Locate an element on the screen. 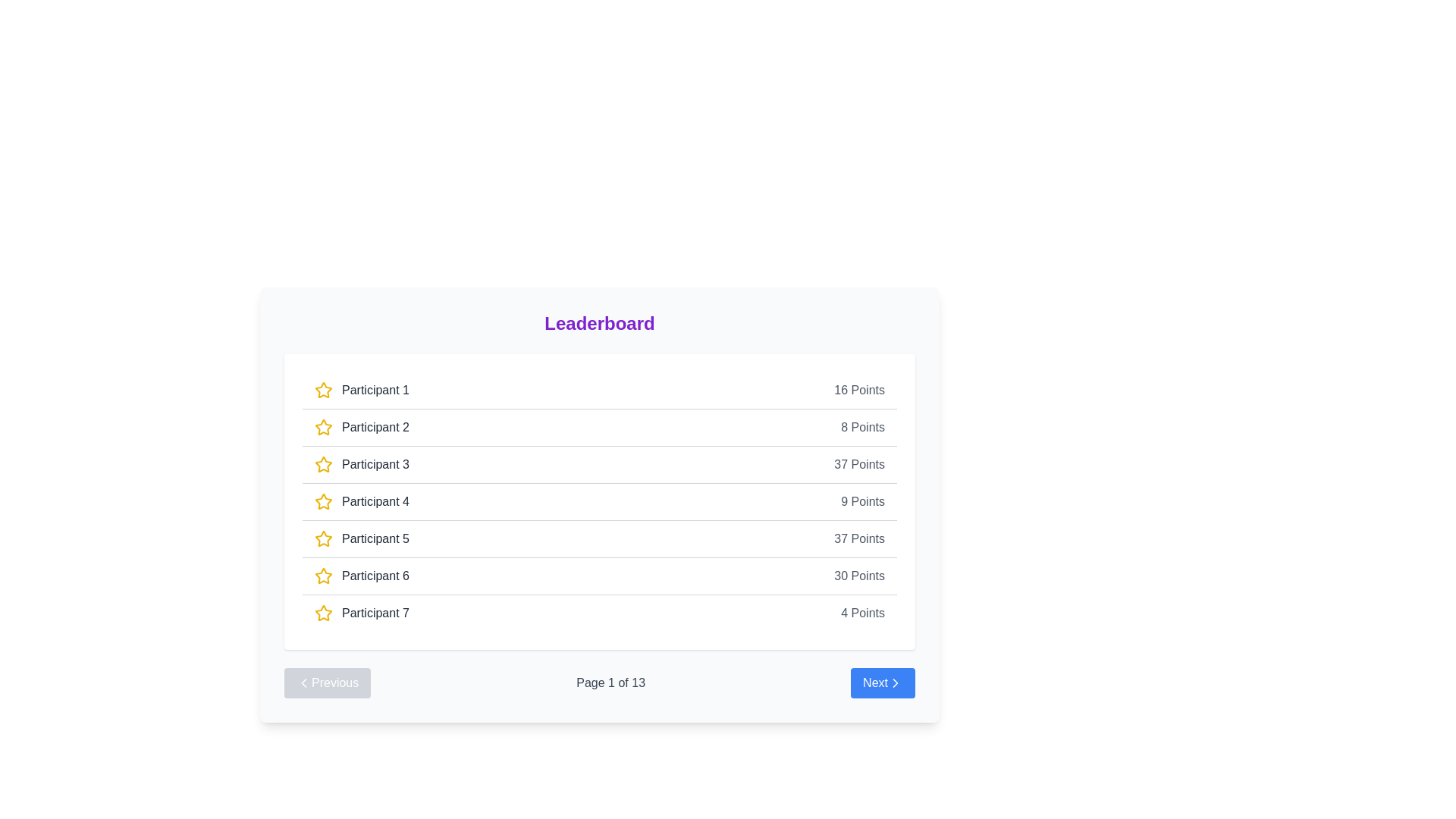  the text label identifying 'Participant 4' in the leaderboard, located to the right of the yellow star icon is located at coordinates (375, 502).